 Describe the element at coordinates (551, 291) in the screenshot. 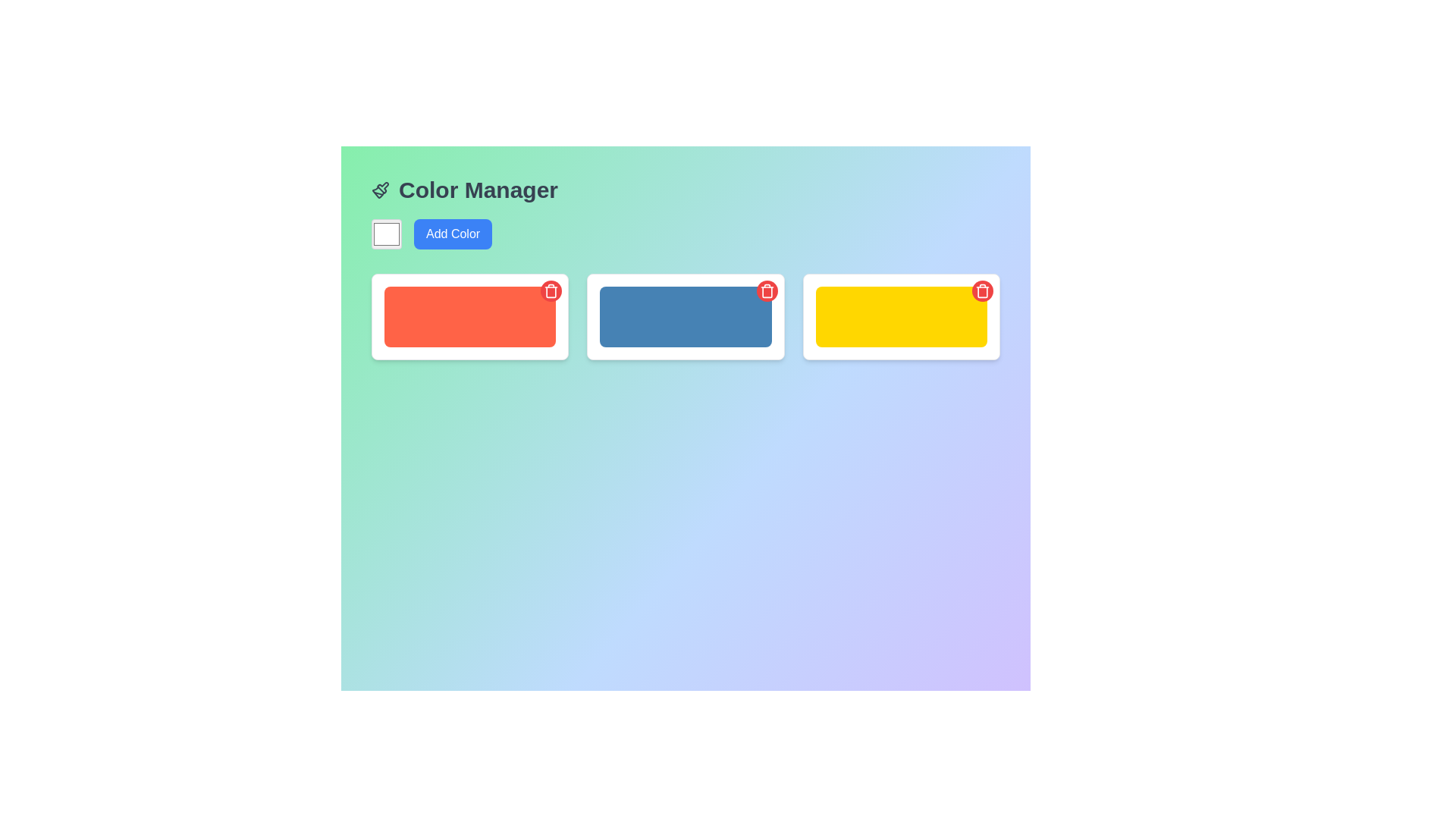

I see `the circular red button with a white trash can icon located at the top-right corner of the card` at that location.